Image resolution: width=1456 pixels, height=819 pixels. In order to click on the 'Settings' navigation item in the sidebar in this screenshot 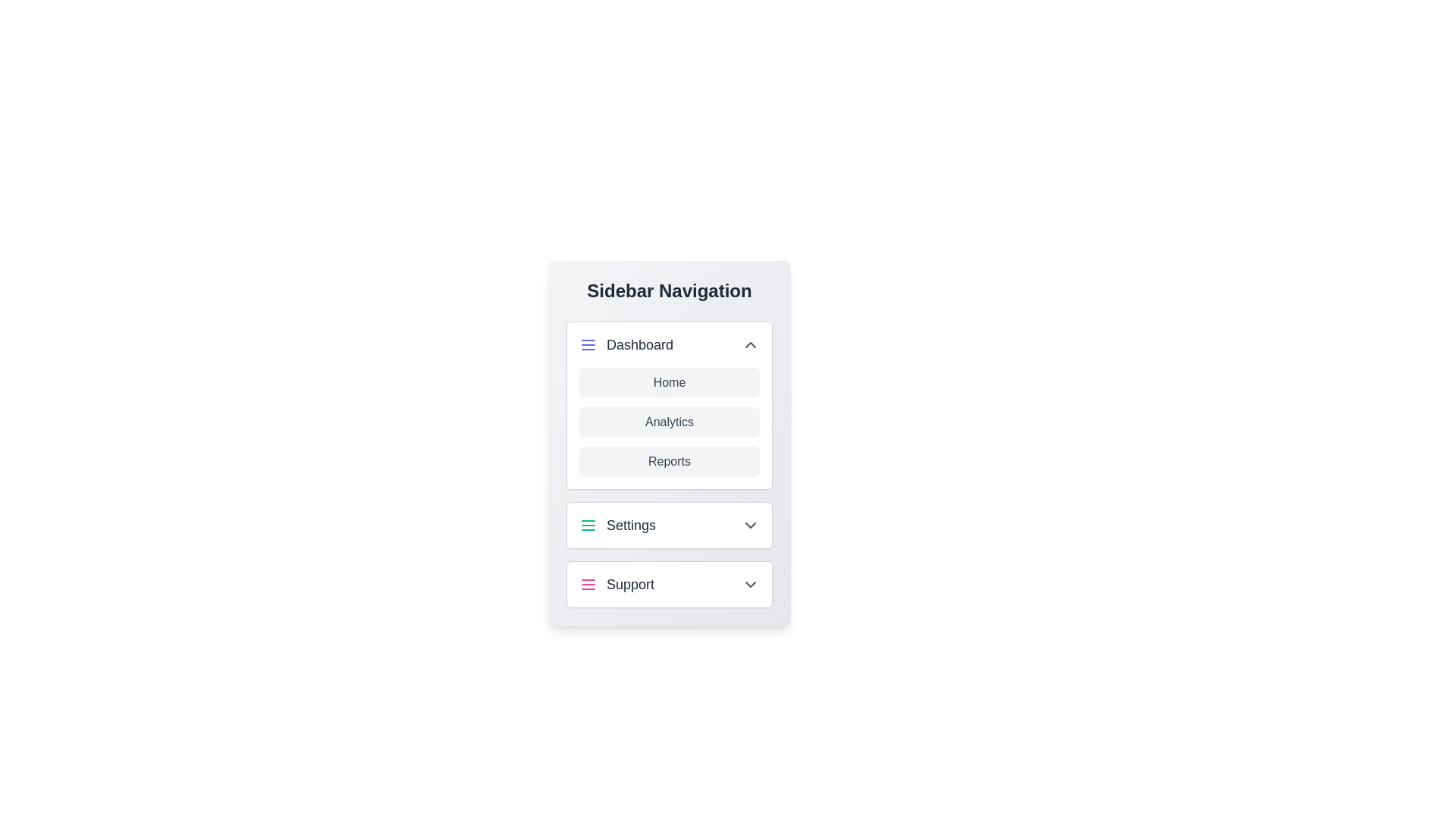, I will do `click(617, 525)`.